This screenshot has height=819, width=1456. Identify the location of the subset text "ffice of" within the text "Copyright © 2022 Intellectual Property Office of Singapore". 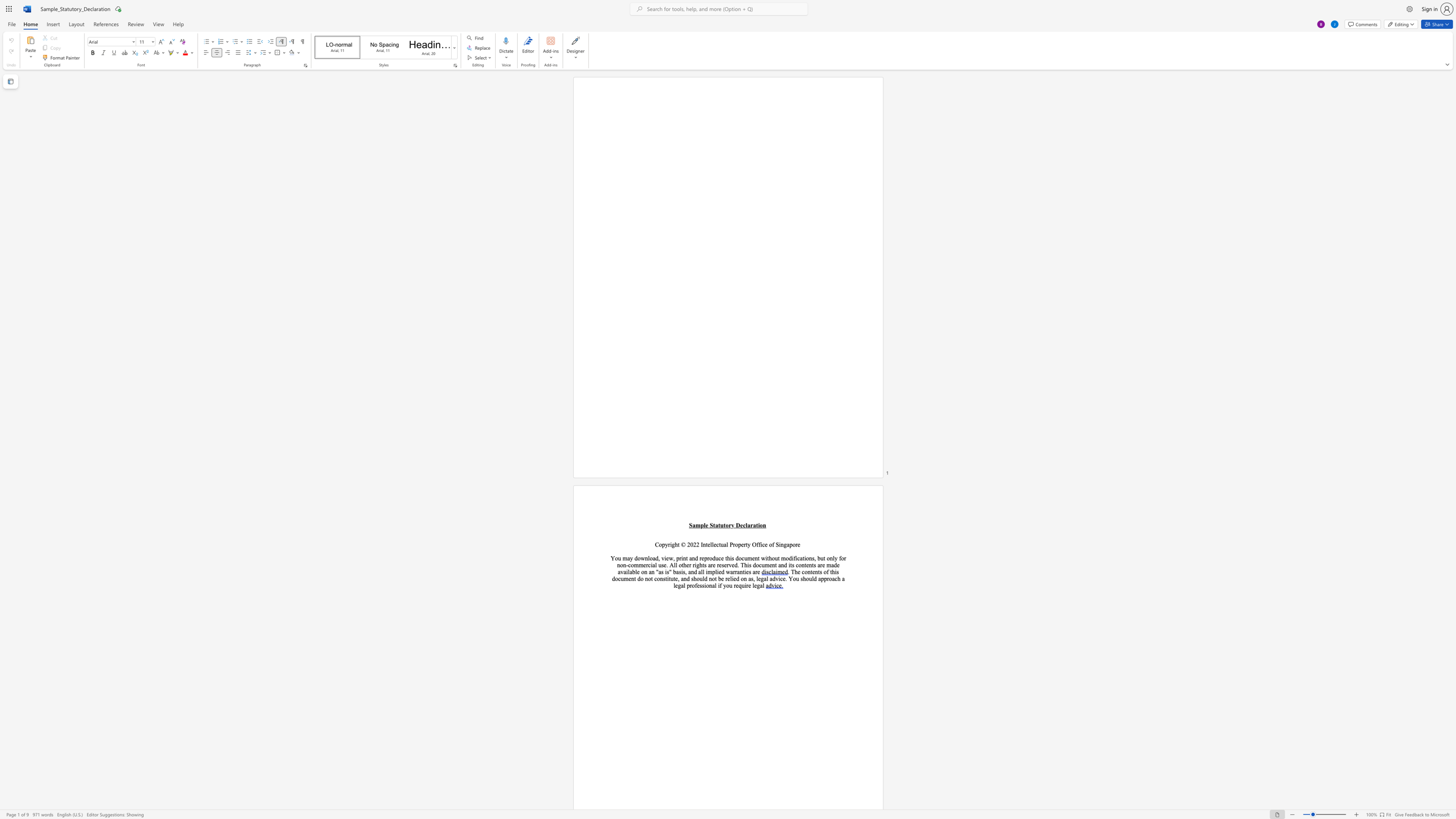
(756, 544).